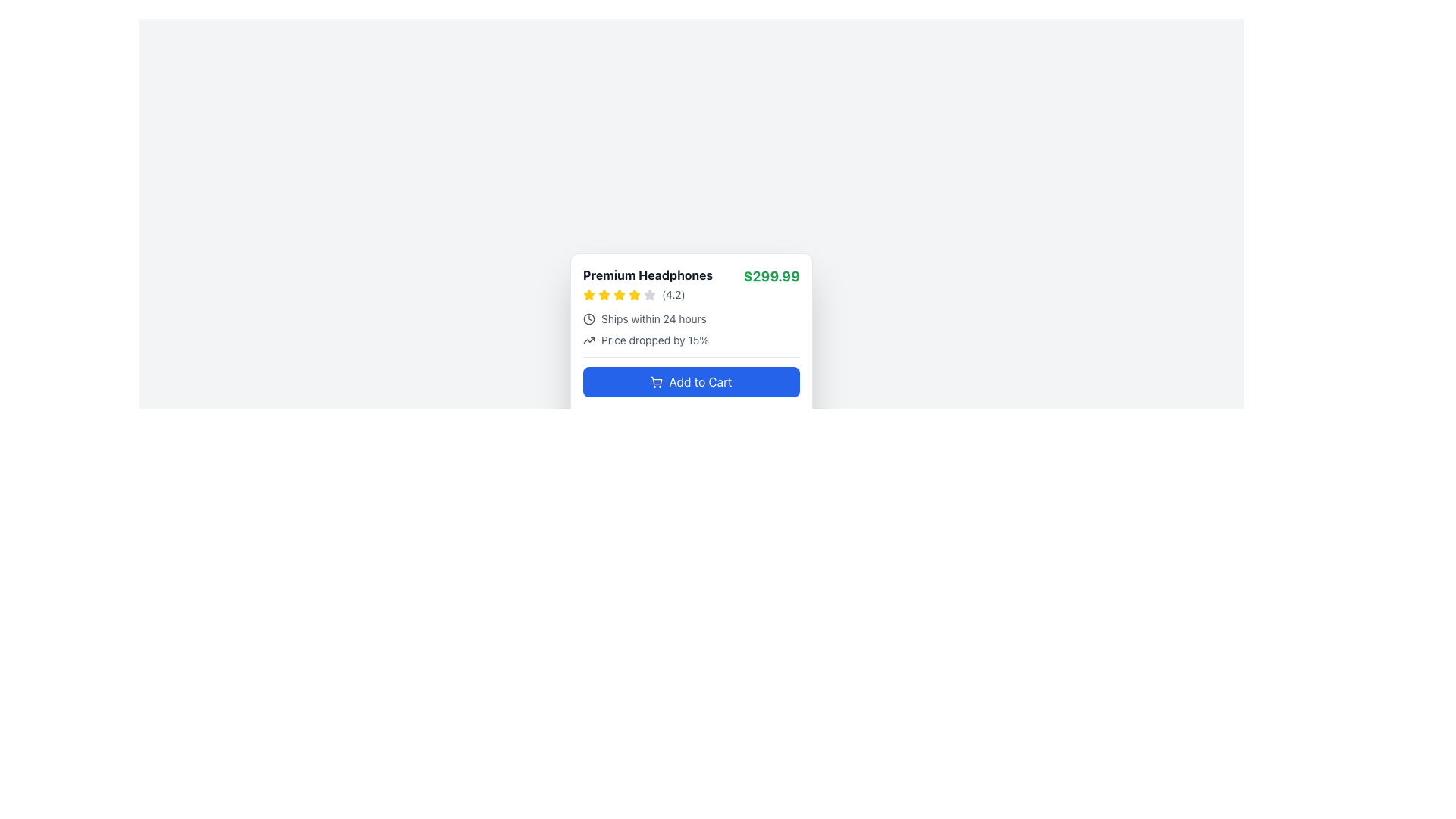 The height and width of the screenshot is (819, 1456). What do you see at coordinates (649, 294) in the screenshot?
I see `the third star icon in the rating system, which visually represents the rating value, located below the product title` at bounding box center [649, 294].